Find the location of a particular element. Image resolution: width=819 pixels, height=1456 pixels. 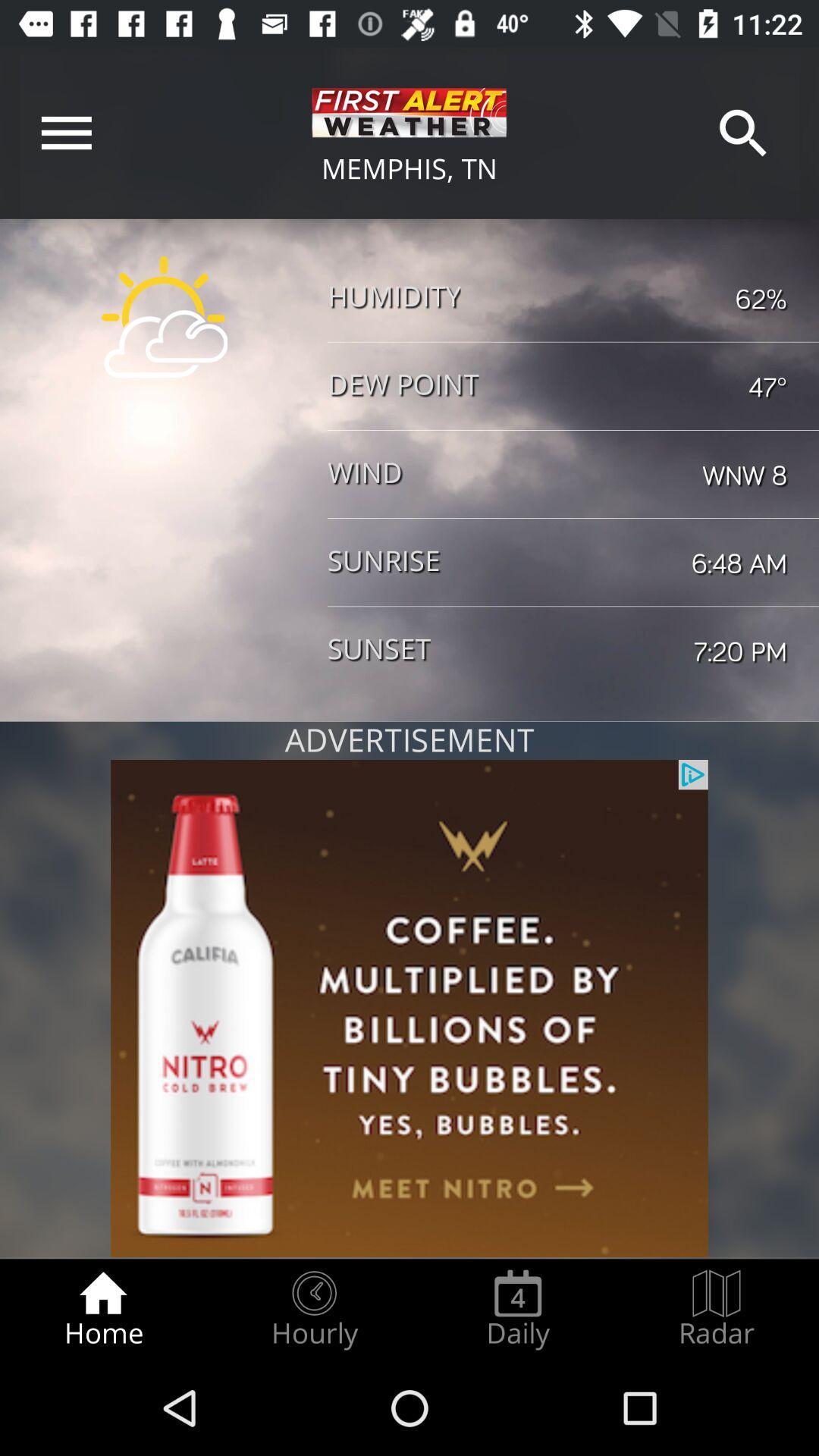

item next to hourly radio button is located at coordinates (102, 1309).